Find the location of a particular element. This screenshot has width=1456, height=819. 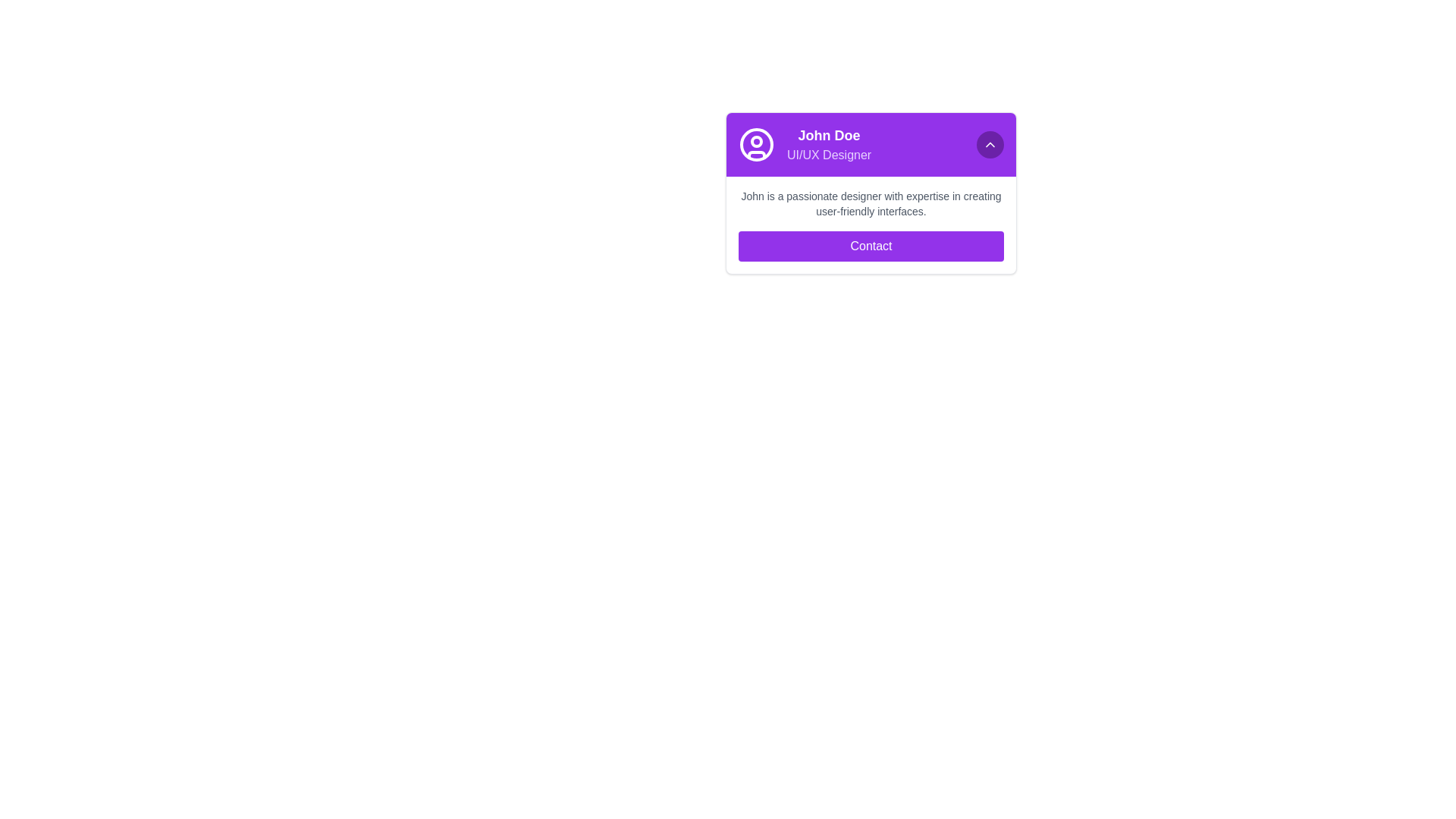

the text label that displays 'UI/UX Designer' in light purple color, located below 'John Doe' within a card-like component is located at coordinates (828, 155).